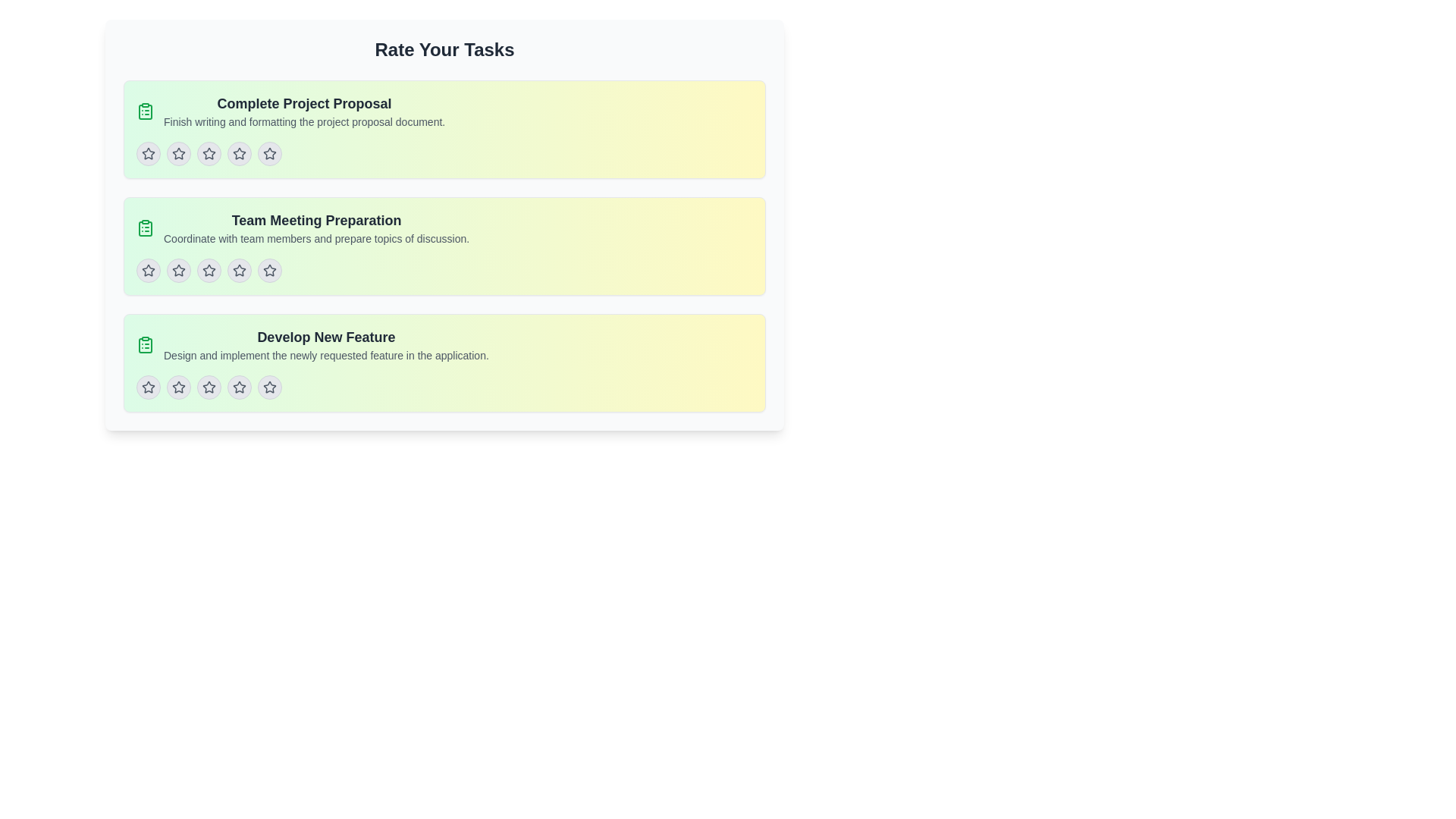  What do you see at coordinates (149, 154) in the screenshot?
I see `the first star icon in the row of five stars` at bounding box center [149, 154].